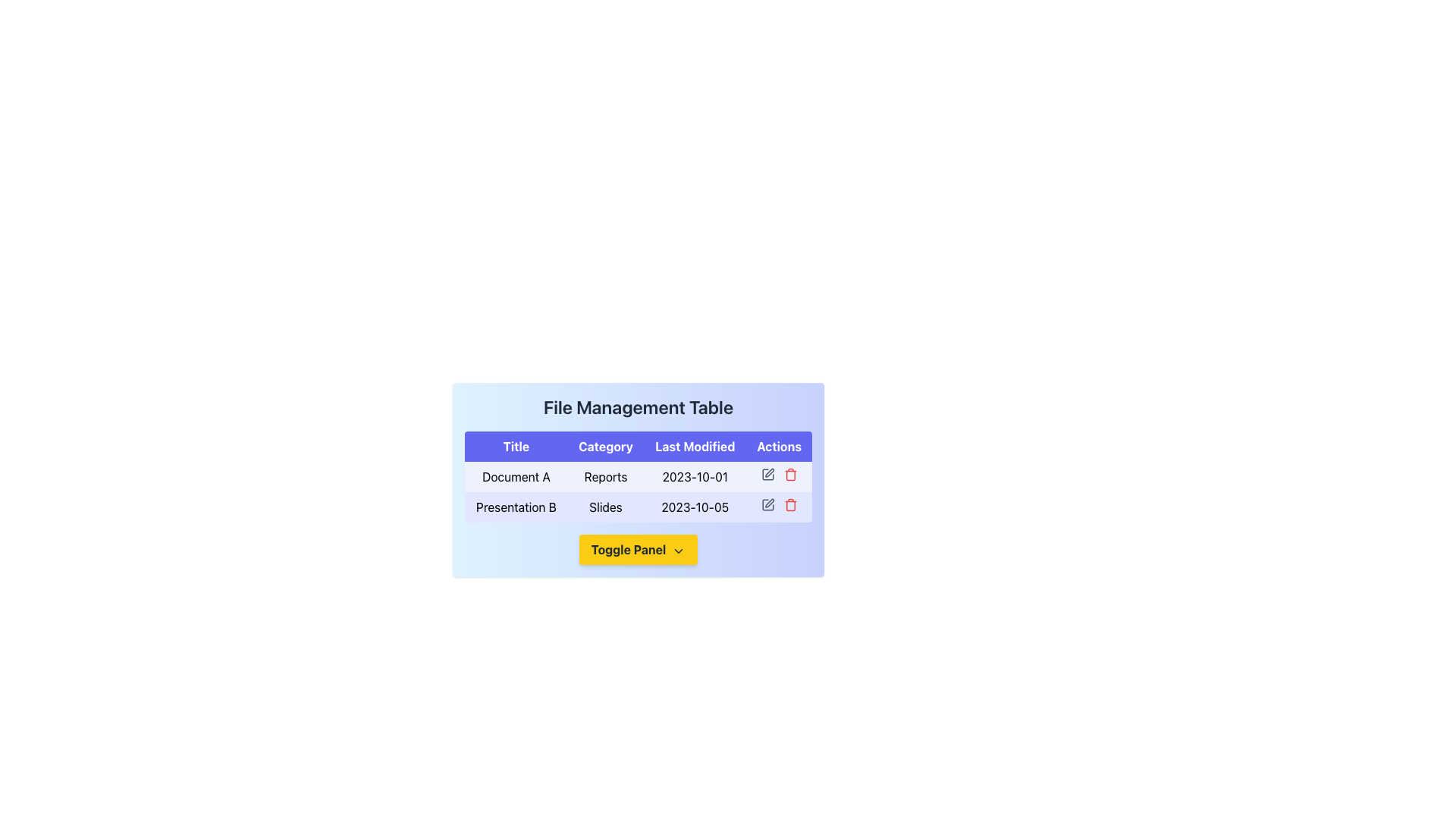  Describe the element at coordinates (767, 505) in the screenshot. I see `the edit button located in the 'Actions' column of the second row in the table for the entry 'Presentation B' to modify or update it` at that location.